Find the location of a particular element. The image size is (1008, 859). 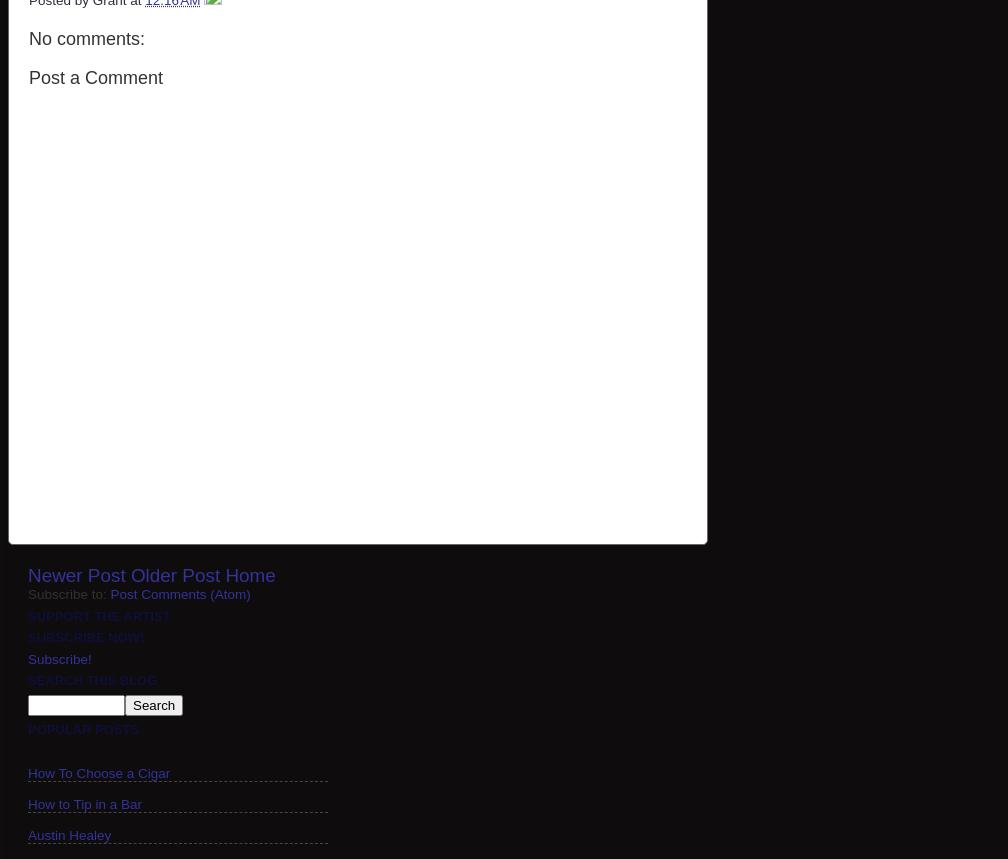

'Subscribe to:' is located at coordinates (28, 594).